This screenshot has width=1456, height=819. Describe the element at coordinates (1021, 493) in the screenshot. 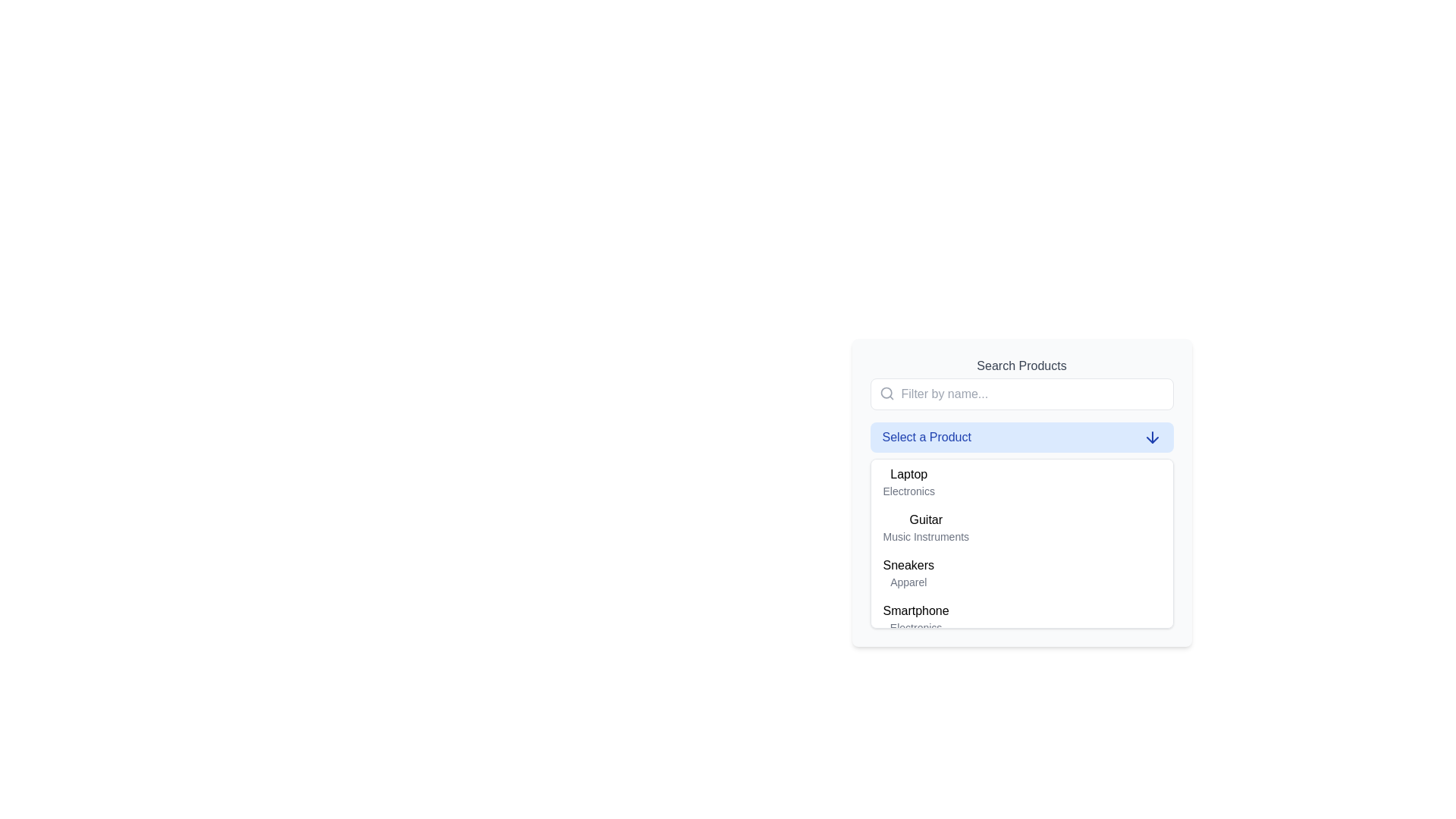

I see `the 'Laptop' dropdown item with subtext 'Electronics'` at that location.